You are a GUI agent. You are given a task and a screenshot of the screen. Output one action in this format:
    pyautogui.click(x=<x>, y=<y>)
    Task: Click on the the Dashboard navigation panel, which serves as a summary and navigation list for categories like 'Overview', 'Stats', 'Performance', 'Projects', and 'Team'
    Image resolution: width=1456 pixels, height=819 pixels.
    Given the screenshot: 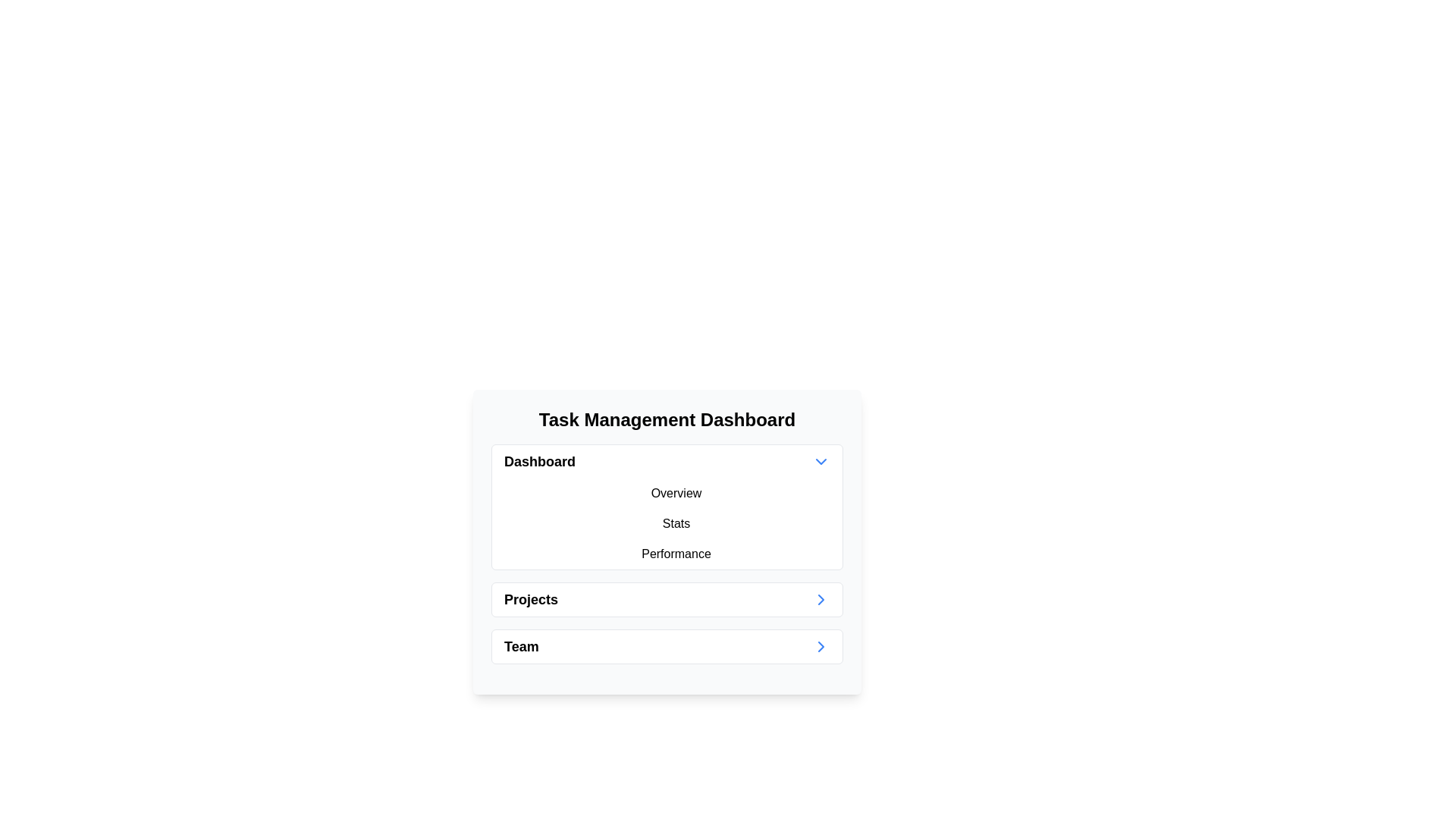 What is the action you would take?
    pyautogui.click(x=667, y=541)
    